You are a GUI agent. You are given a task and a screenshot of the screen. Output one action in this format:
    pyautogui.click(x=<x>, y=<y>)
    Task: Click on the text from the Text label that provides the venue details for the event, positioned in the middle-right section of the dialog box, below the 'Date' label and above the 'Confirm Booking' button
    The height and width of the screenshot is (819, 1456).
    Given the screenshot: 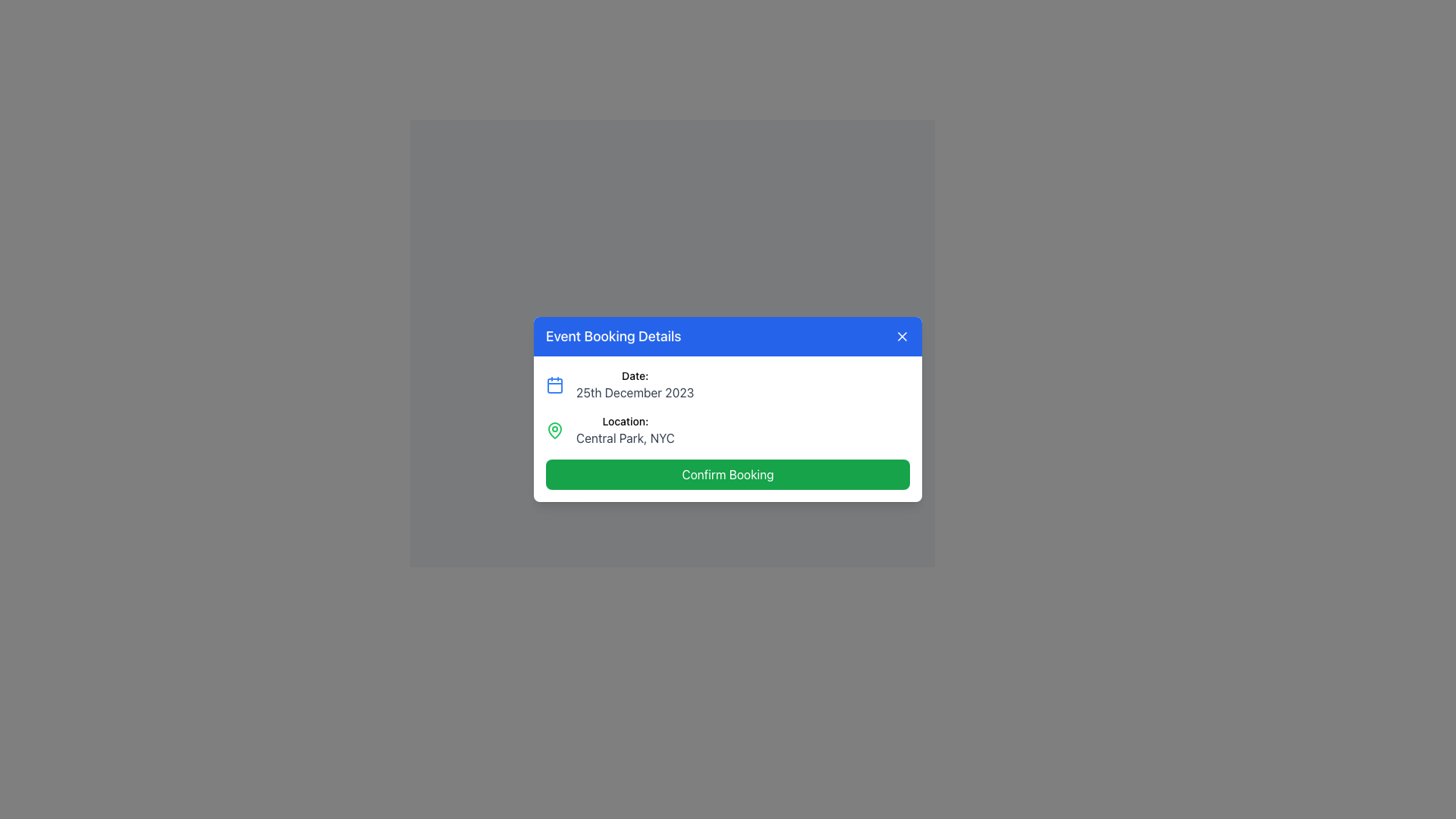 What is the action you would take?
    pyautogui.click(x=626, y=430)
    